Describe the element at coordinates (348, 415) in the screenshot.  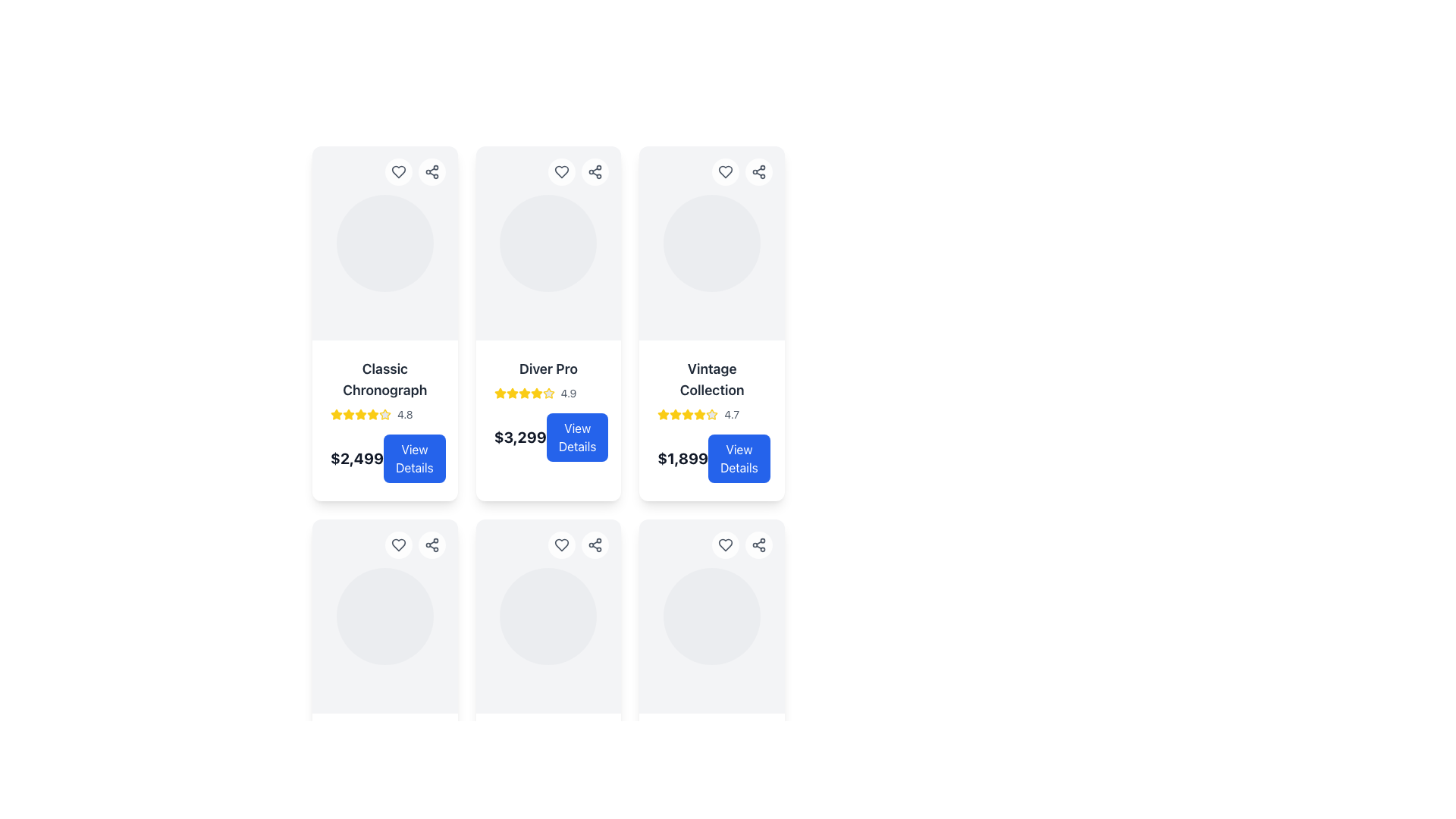
I see `the third star in the five-star rating system for a product, located below the product name and above the price` at that location.